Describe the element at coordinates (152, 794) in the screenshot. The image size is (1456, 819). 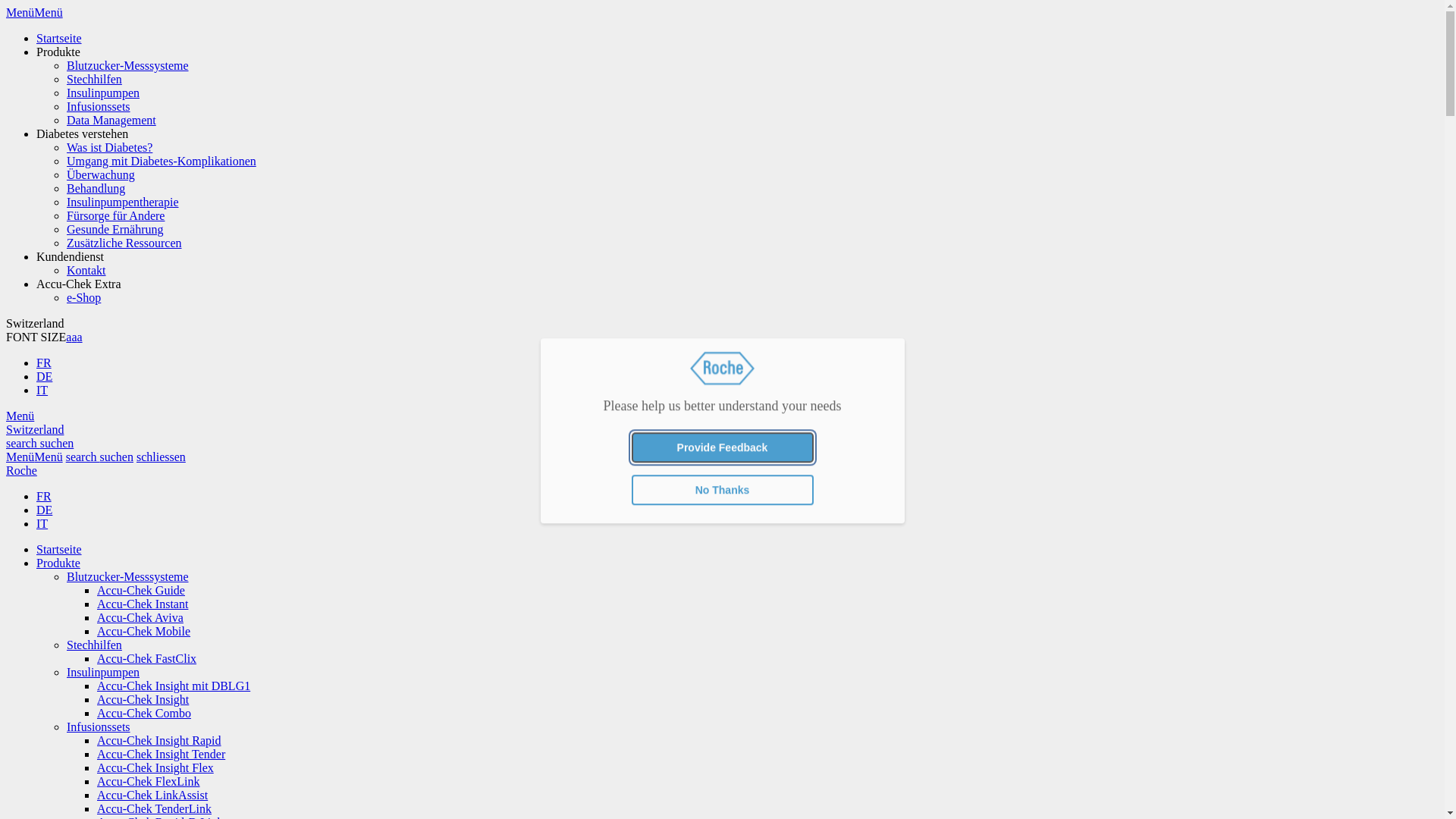
I see `'Accu-Chek LinkAssist'` at that location.